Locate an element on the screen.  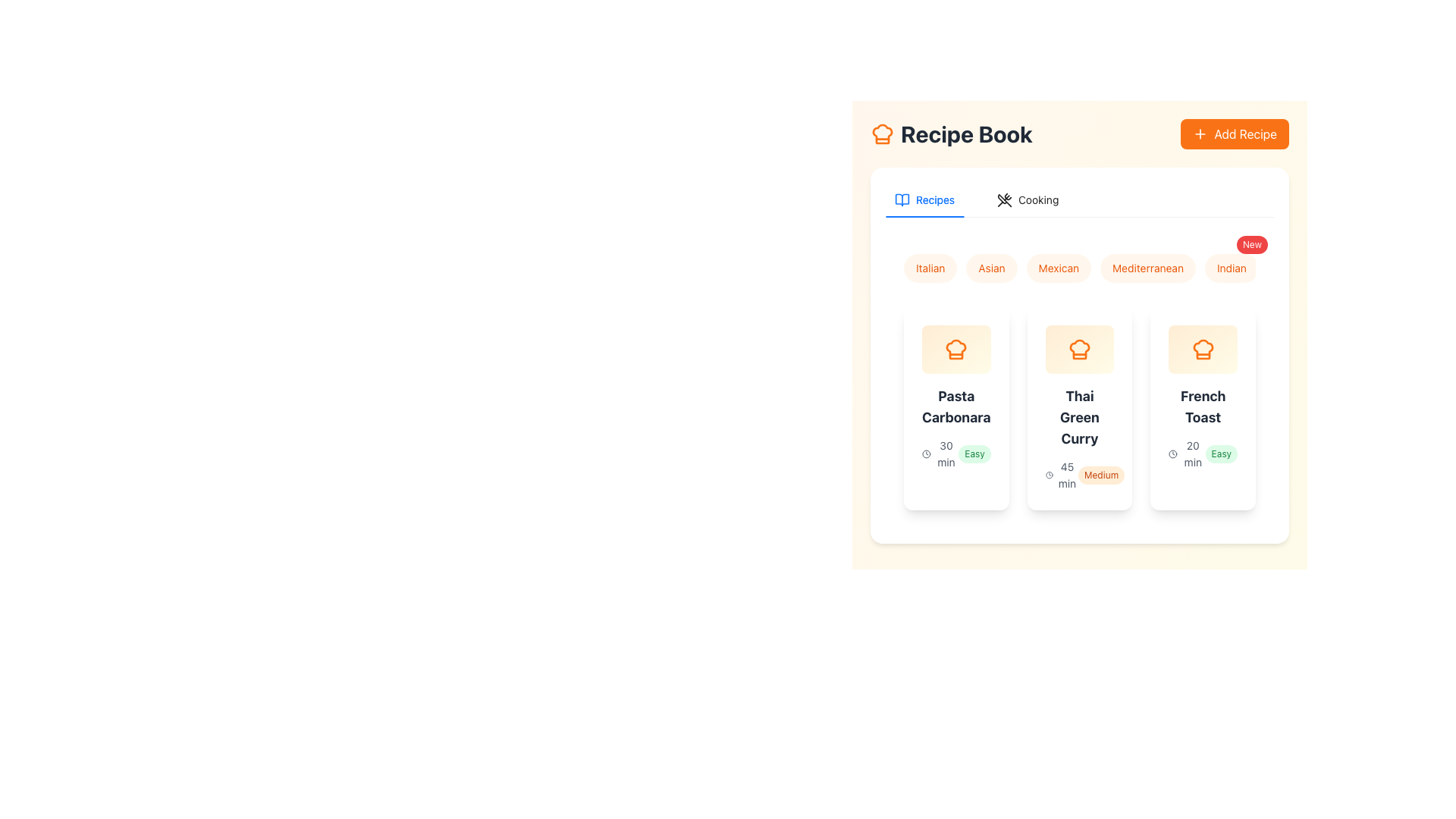
the icon depicting crossed utensils (fork and spoon) located to the left of the text 'Cooking', positioned in the upper-right section of the interface is located at coordinates (1004, 199).